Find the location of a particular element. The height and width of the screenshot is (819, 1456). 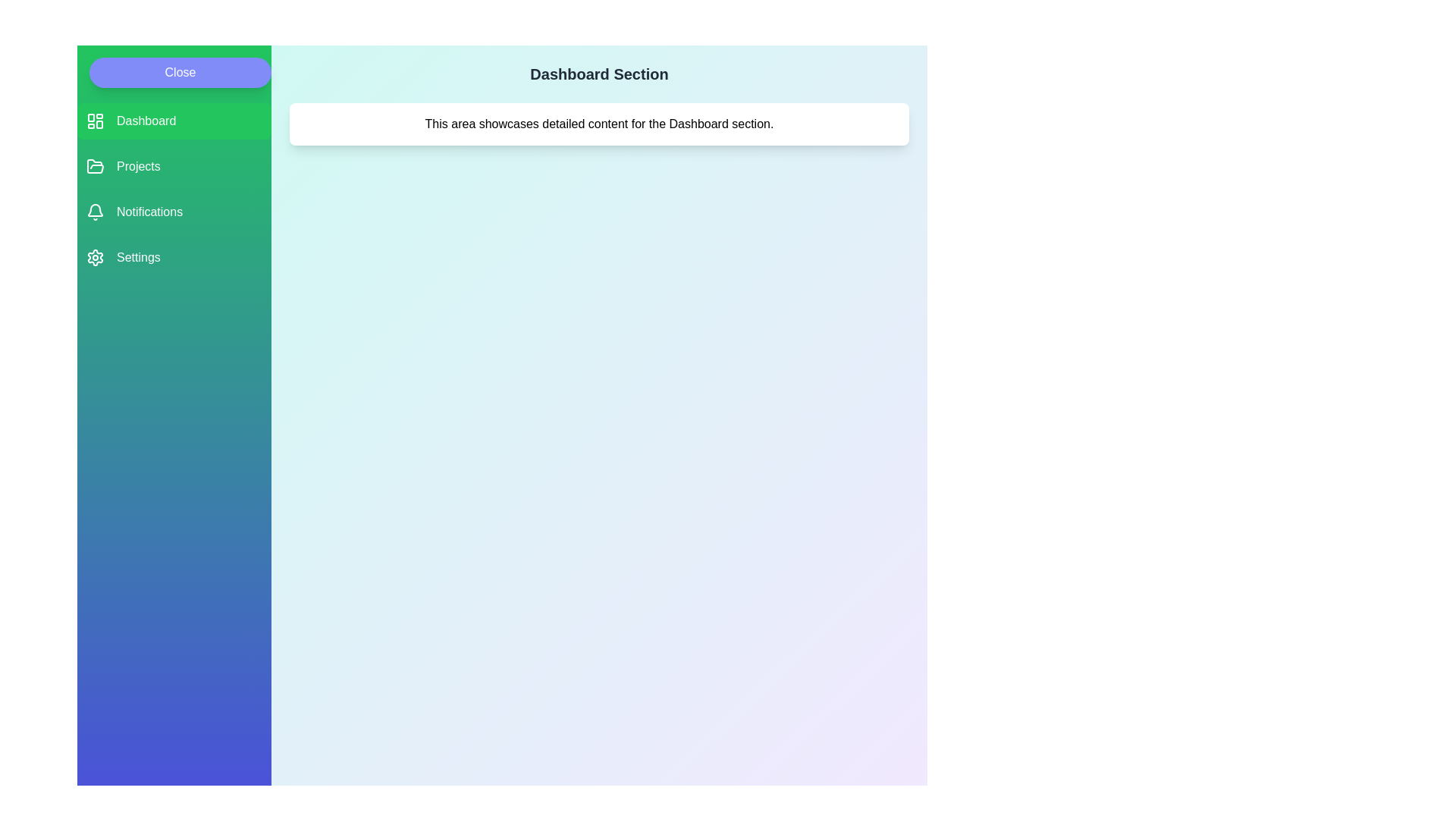

the menu item labeled Settings to see its hover effect is located at coordinates (174, 256).